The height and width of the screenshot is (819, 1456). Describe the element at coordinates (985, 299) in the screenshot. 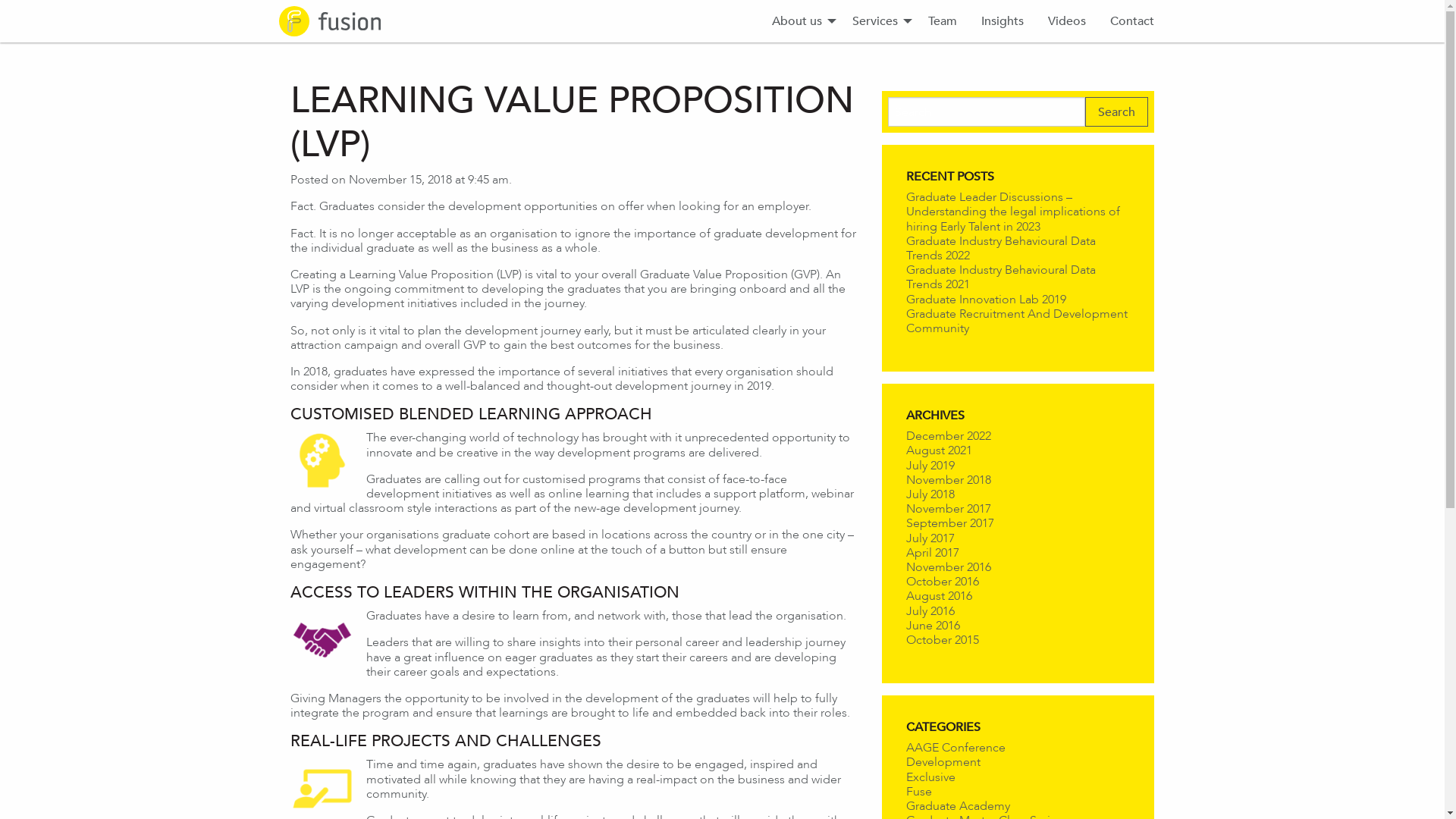

I see `'Graduate Innovation Lab 2019'` at that location.